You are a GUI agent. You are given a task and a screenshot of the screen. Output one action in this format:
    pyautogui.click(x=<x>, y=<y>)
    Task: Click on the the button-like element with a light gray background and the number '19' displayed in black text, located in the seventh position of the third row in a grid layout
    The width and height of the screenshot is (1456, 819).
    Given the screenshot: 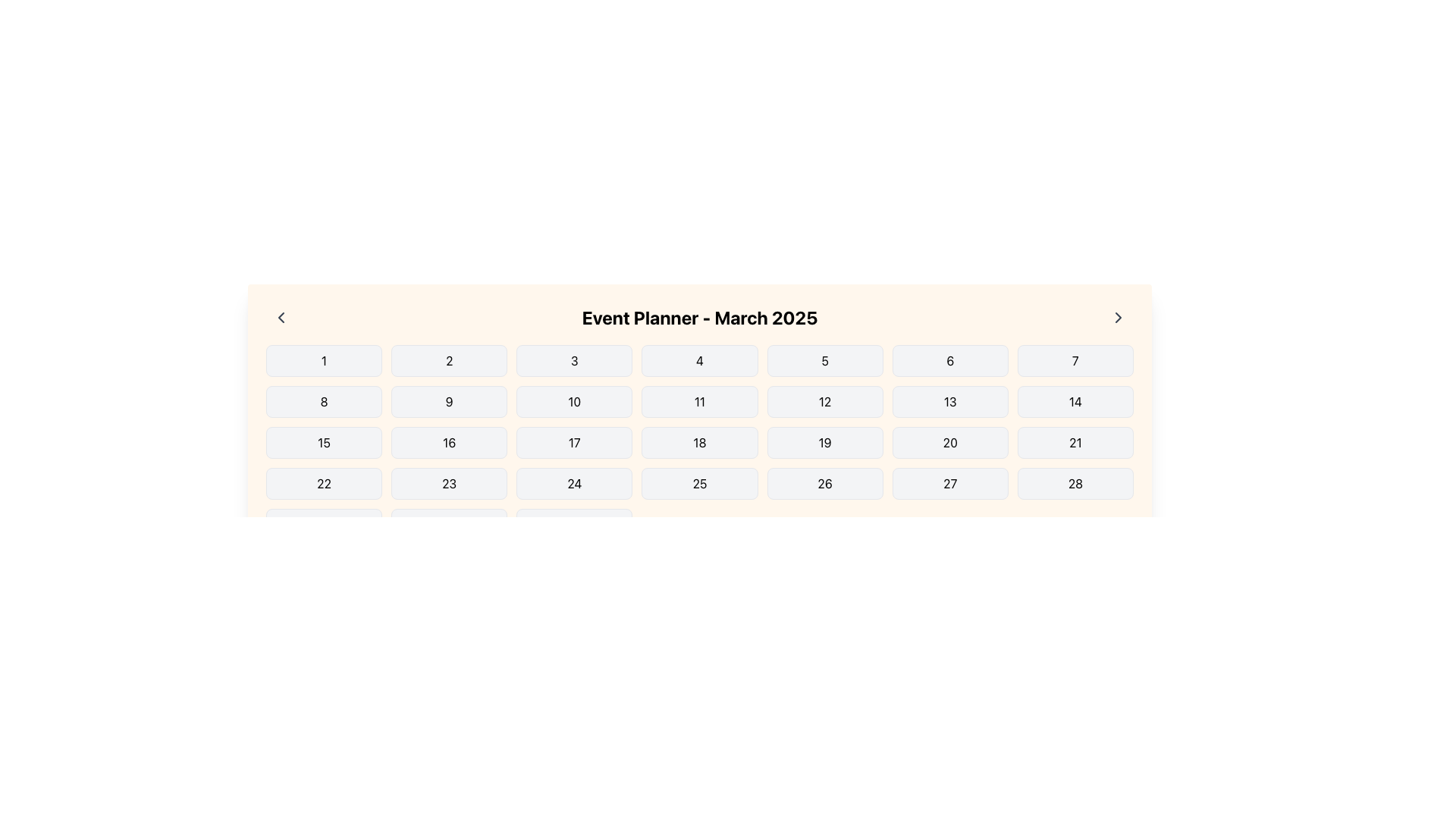 What is the action you would take?
    pyautogui.click(x=824, y=442)
    